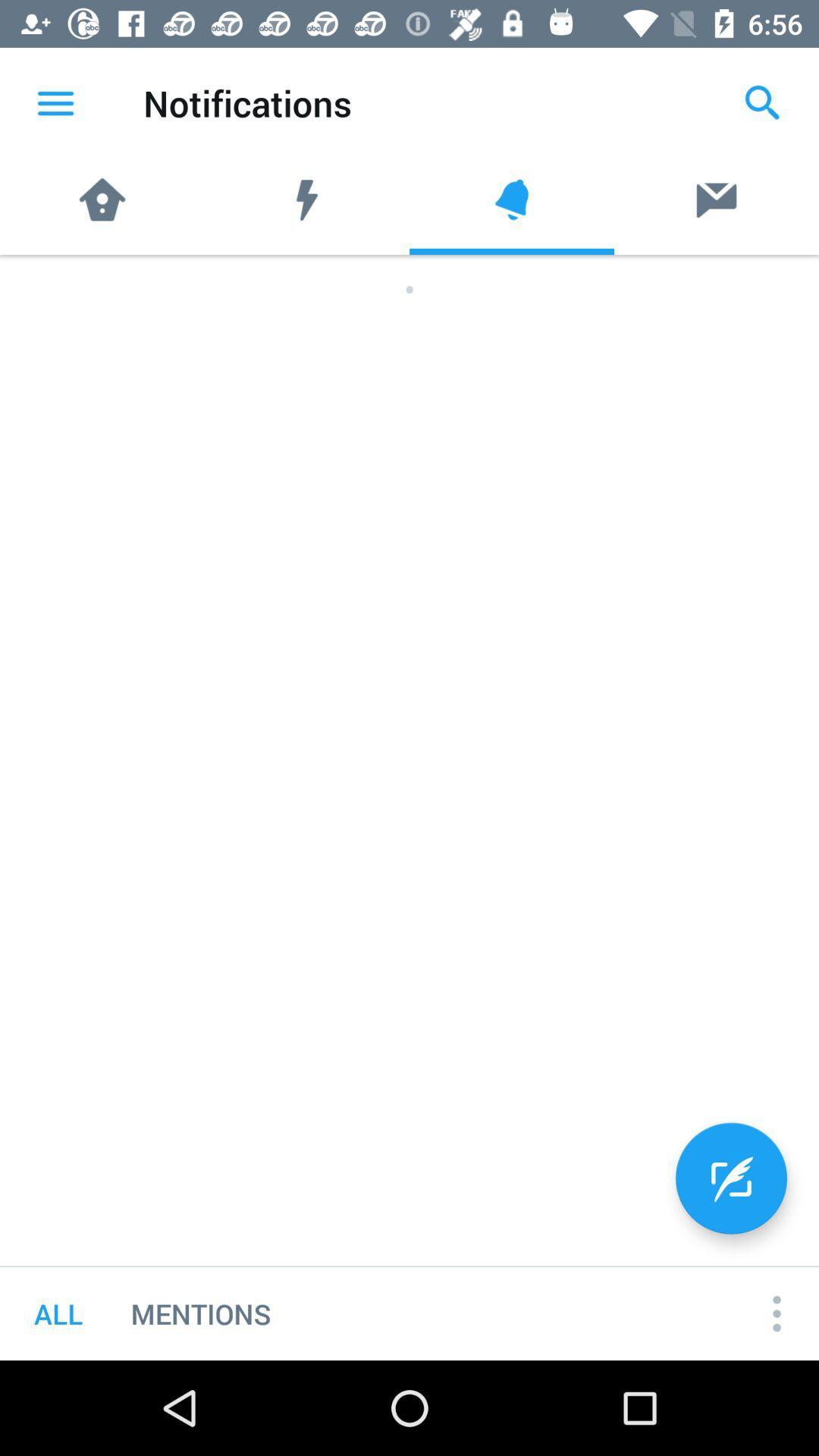  I want to click on the more icon, so click(777, 1313).